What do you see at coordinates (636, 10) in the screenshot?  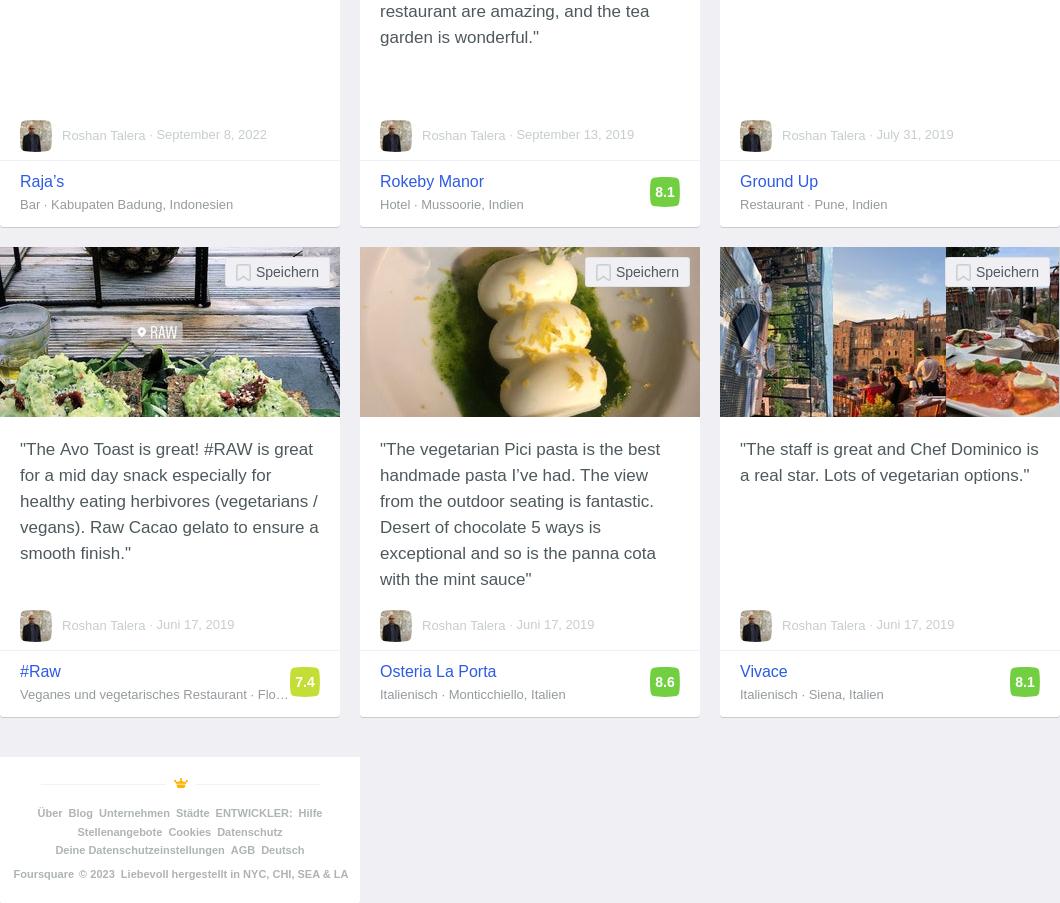 I see `'tea'` at bounding box center [636, 10].